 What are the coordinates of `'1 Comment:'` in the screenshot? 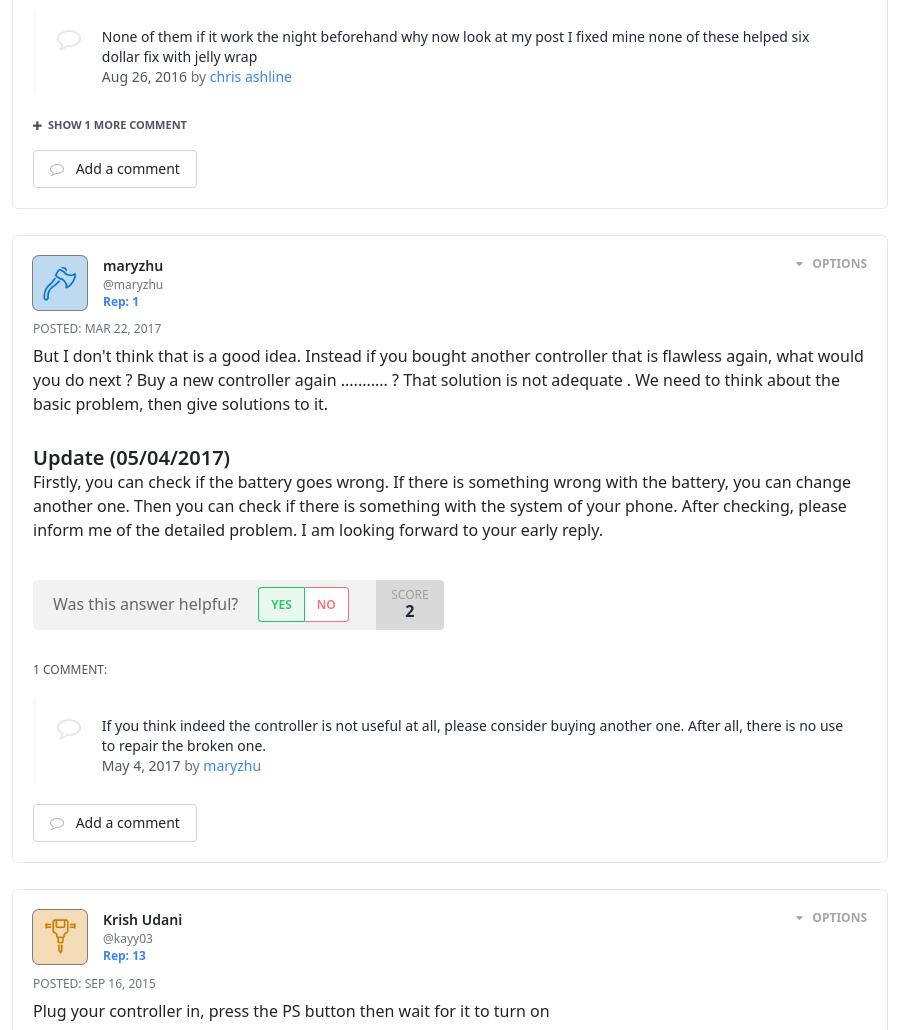 It's located at (32, 668).